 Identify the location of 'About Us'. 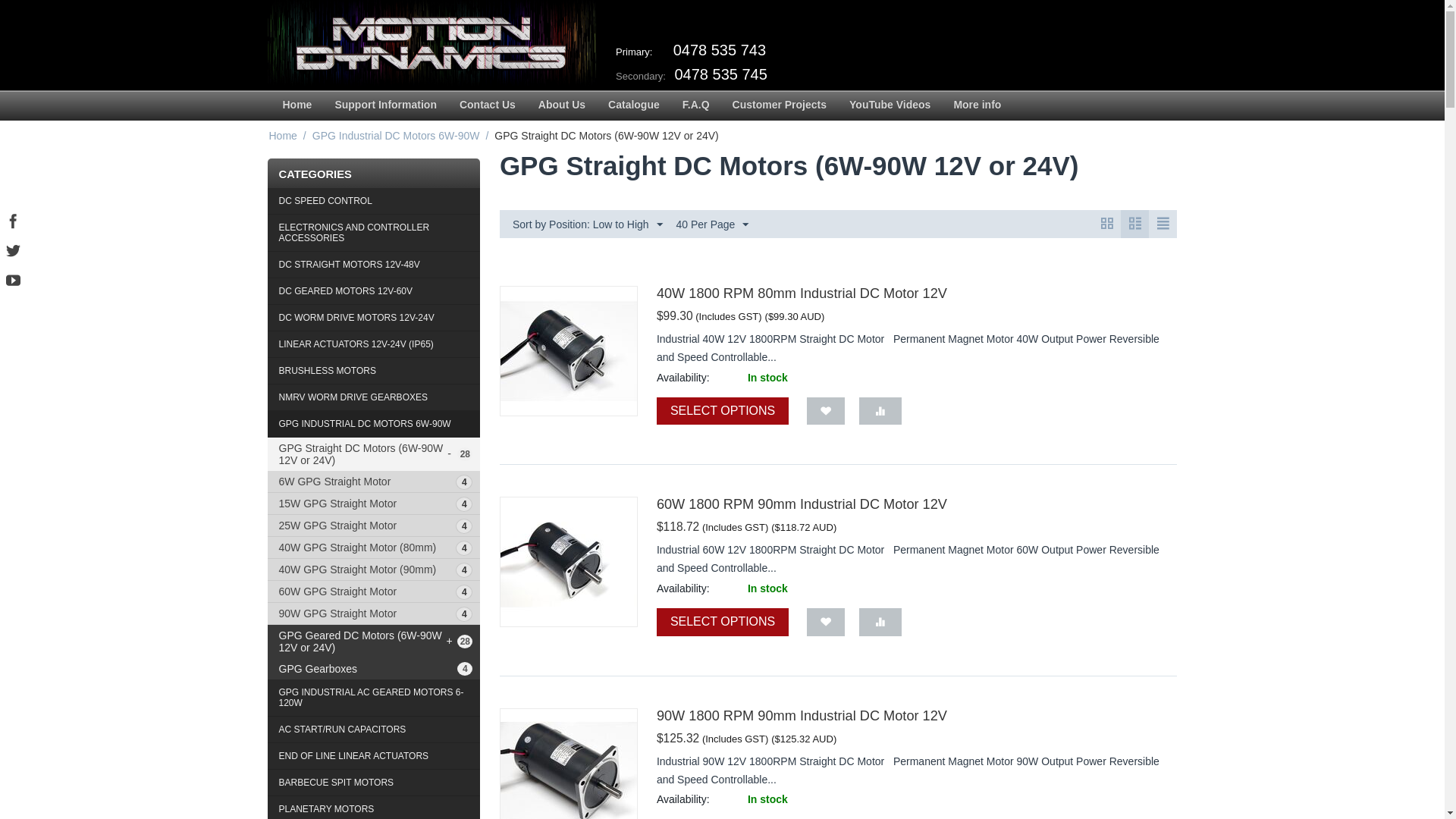
(527, 105).